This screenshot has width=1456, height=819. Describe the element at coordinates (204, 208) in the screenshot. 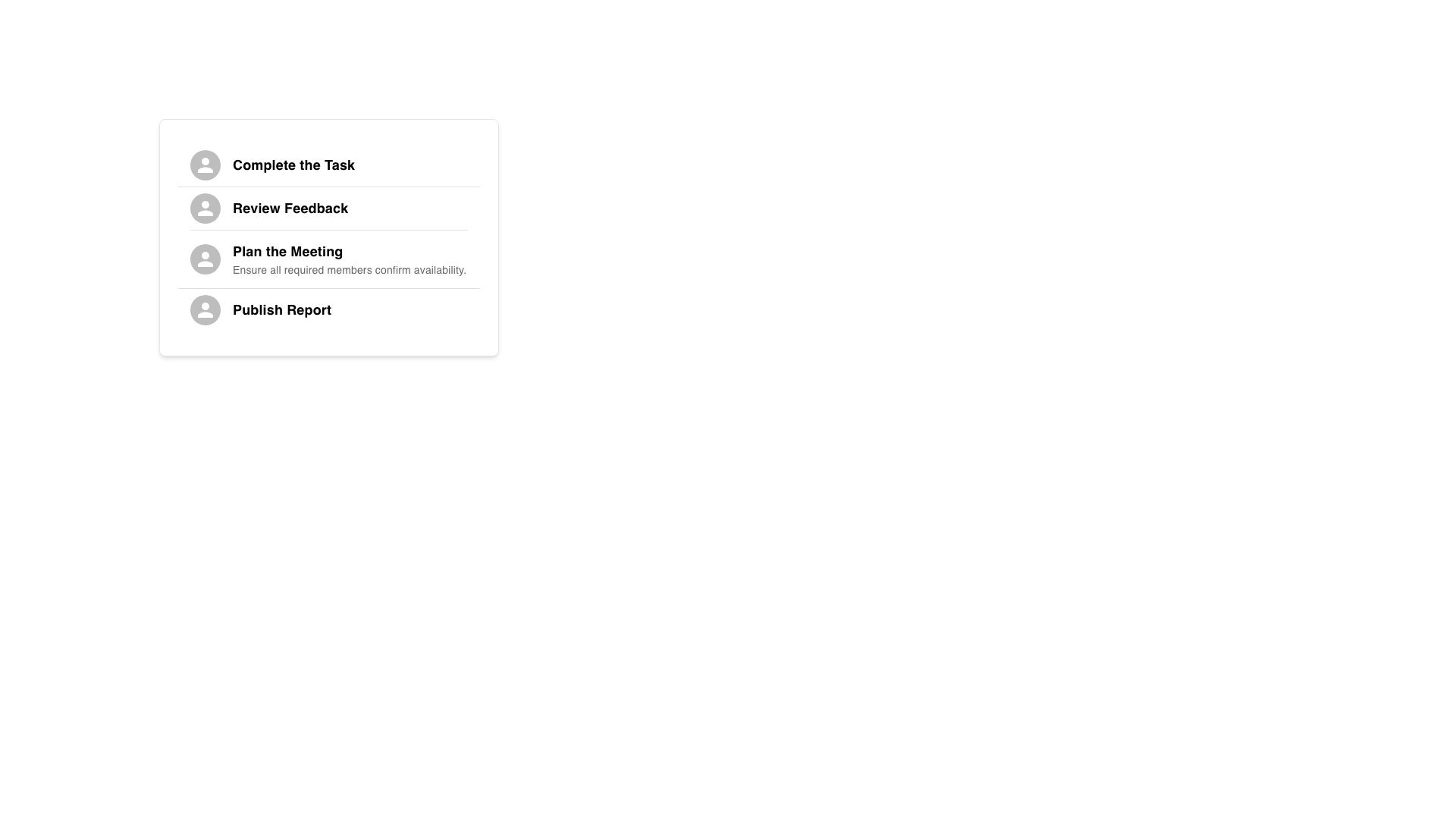

I see `the area surrounding the person-shaped icon within the circular green avatar of the 'Review Feedback' menu item to interact with it` at that location.